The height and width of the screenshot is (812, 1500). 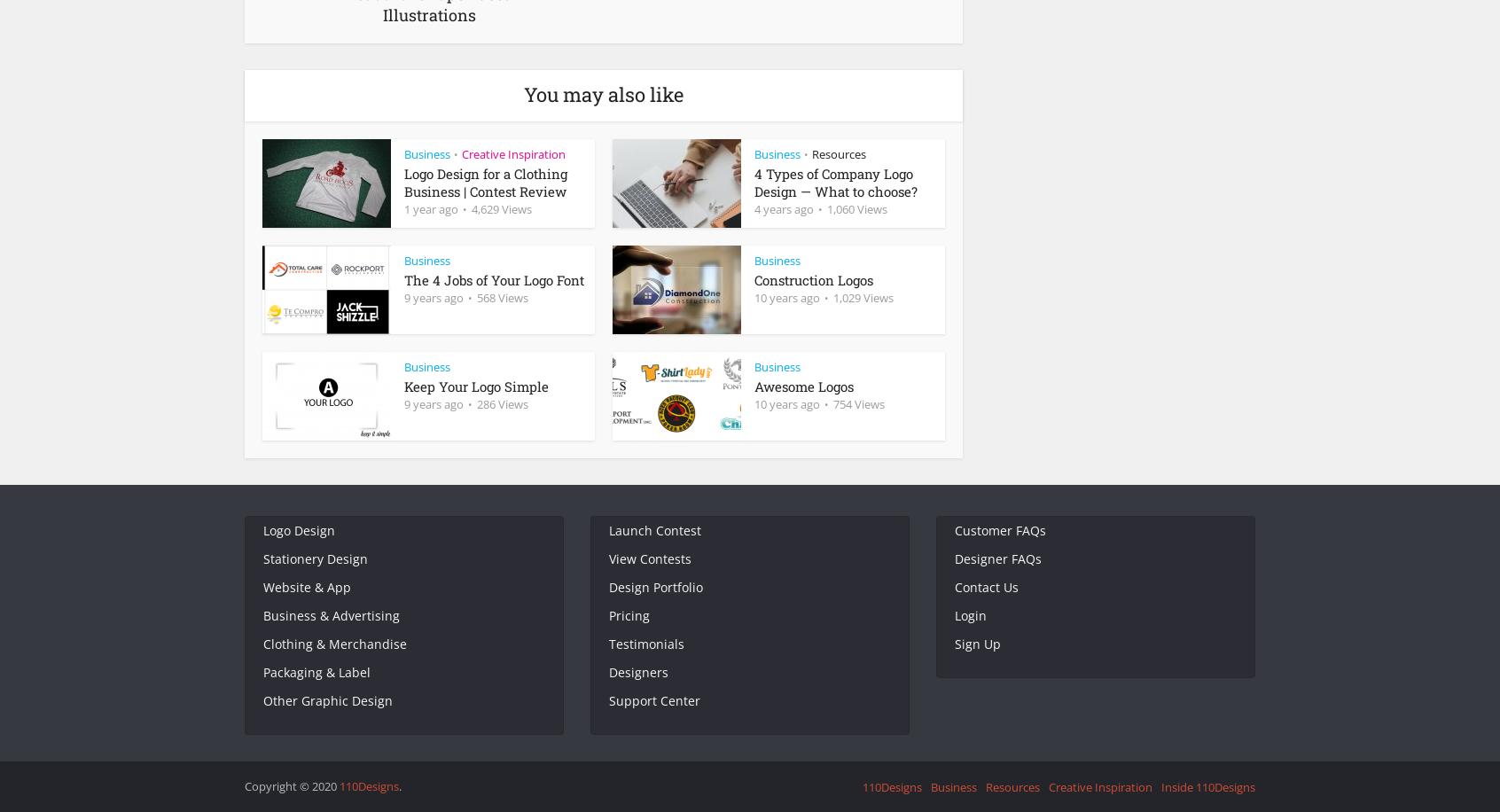 I want to click on '1,060 Views', so click(x=856, y=208).